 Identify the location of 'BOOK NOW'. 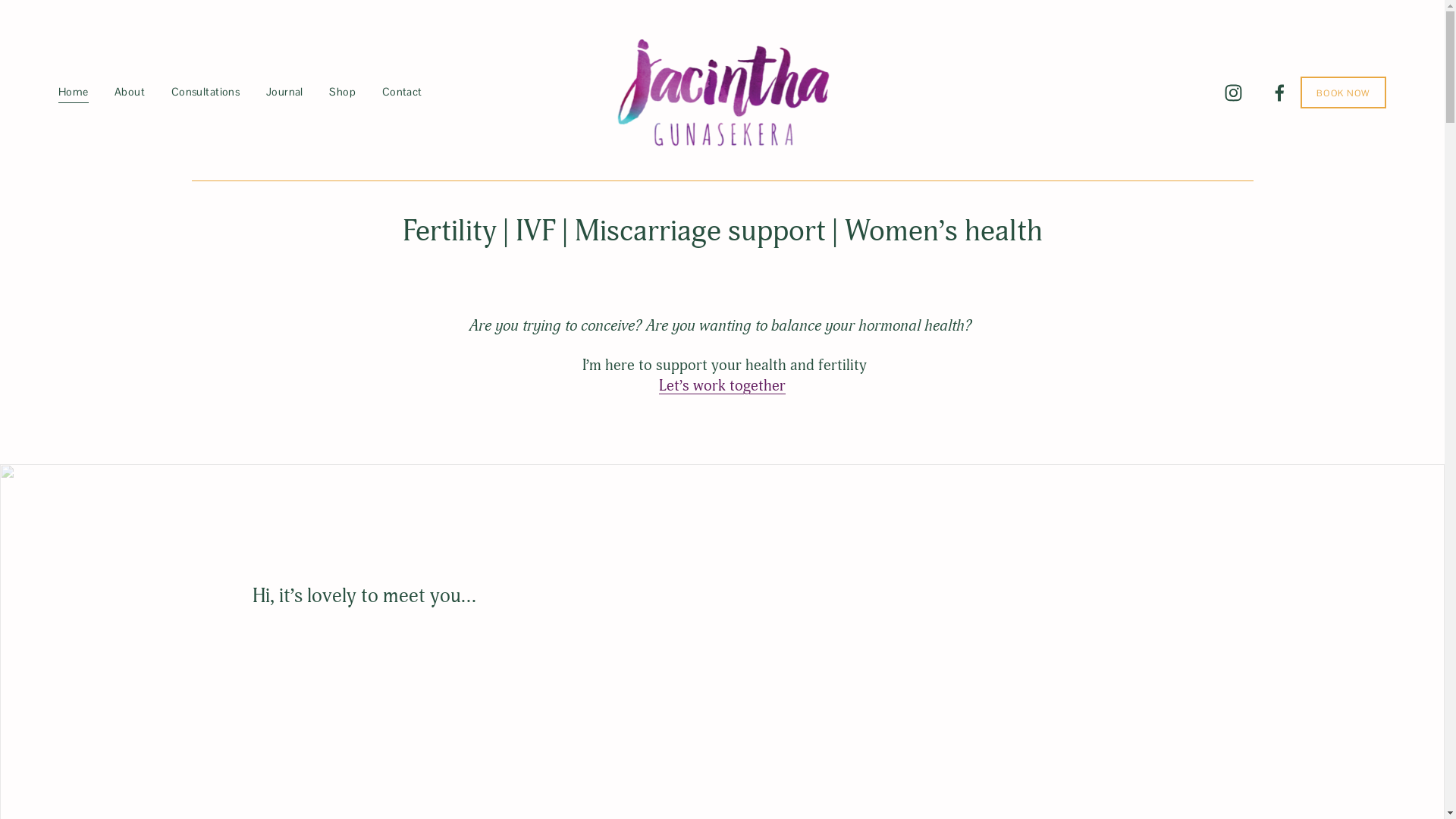
(1343, 93).